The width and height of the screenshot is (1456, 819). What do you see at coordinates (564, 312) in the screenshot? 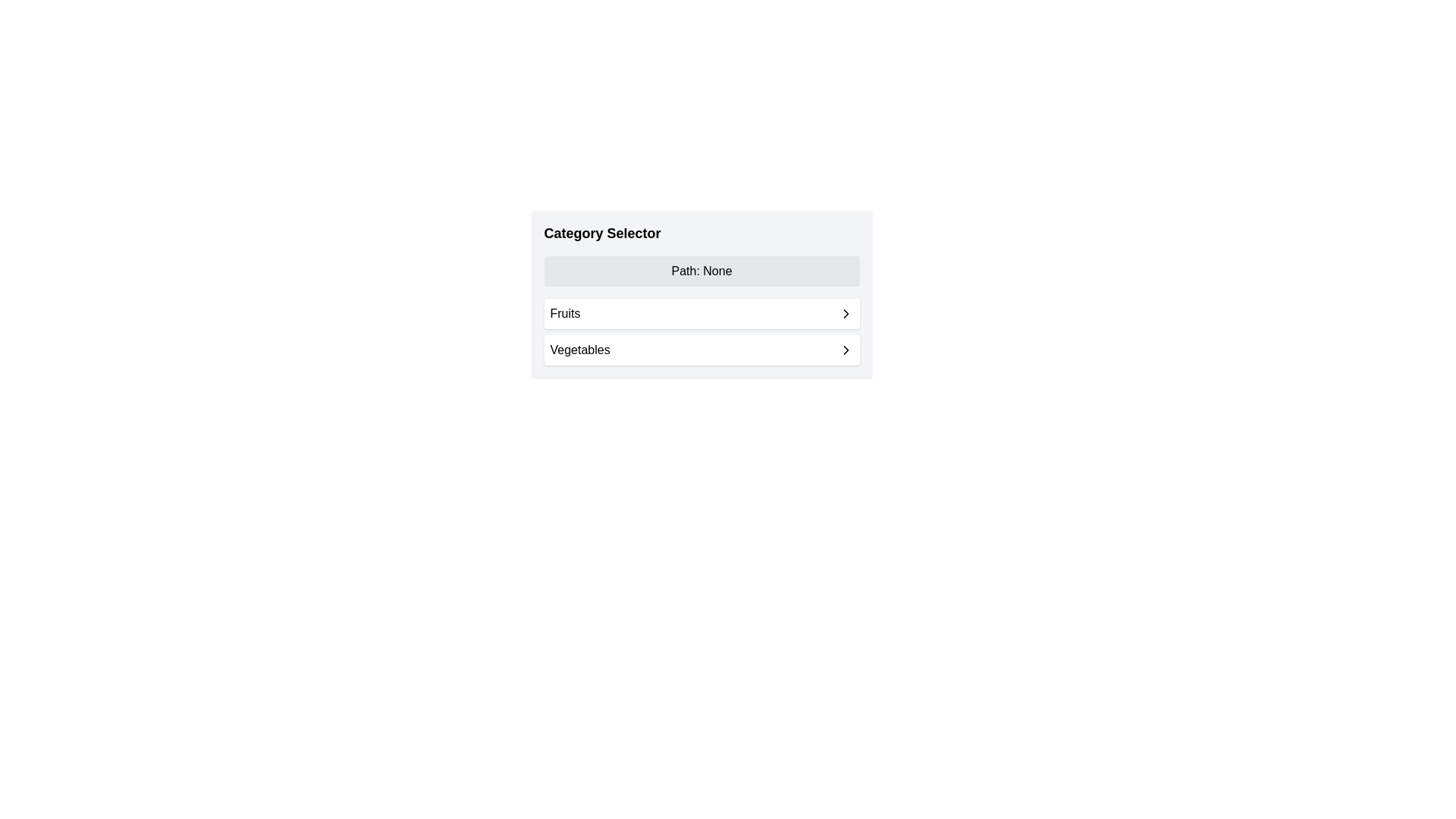
I see `the 'Fruits' text label in the Category Selector menu` at bounding box center [564, 312].